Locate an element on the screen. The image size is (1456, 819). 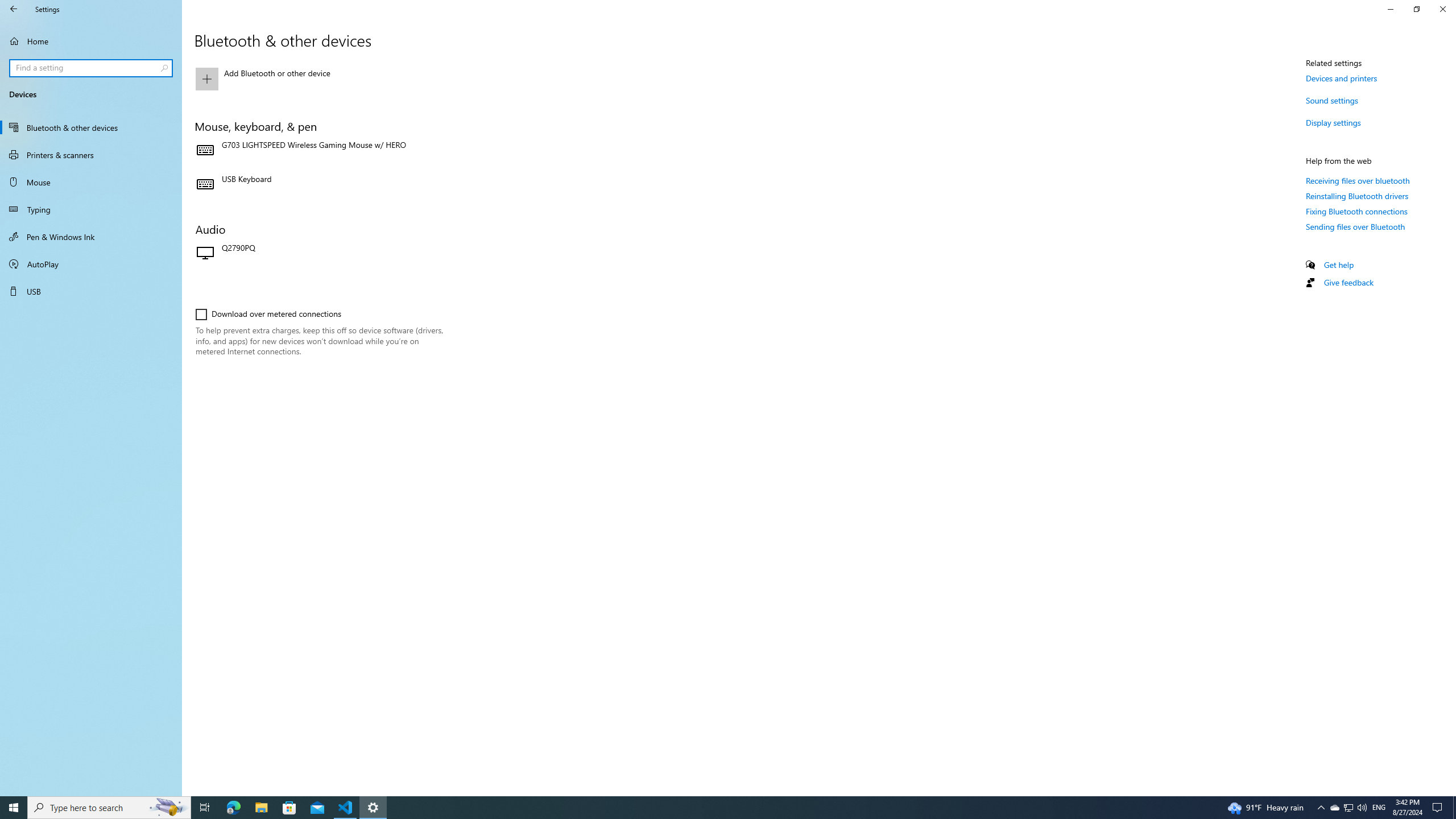
'Sending files over Bluetooth' is located at coordinates (1355, 226).